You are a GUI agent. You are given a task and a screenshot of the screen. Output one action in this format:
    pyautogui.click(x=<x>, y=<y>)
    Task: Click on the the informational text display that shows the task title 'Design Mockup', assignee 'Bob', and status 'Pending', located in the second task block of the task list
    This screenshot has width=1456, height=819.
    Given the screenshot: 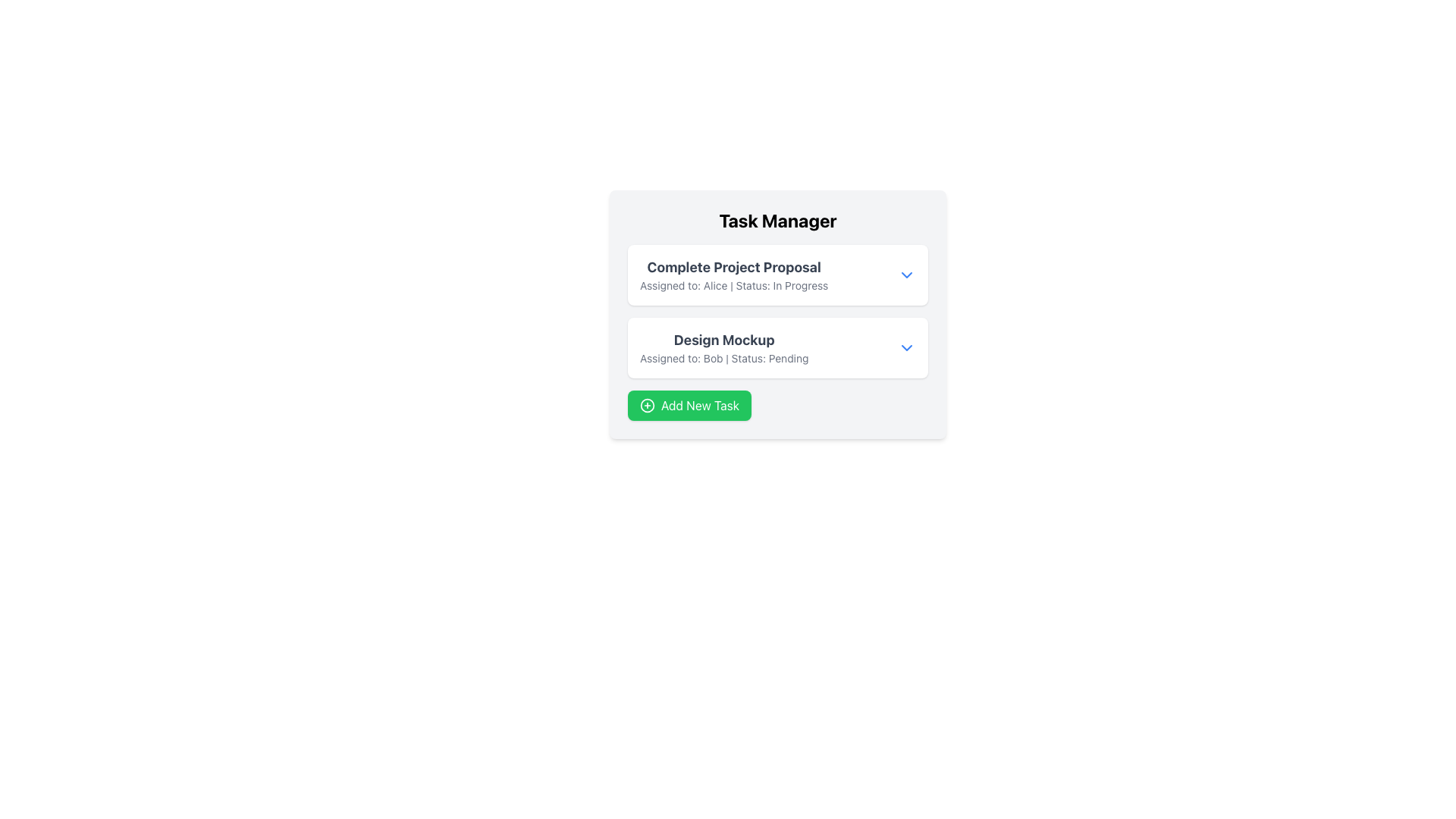 What is the action you would take?
    pyautogui.click(x=723, y=348)
    